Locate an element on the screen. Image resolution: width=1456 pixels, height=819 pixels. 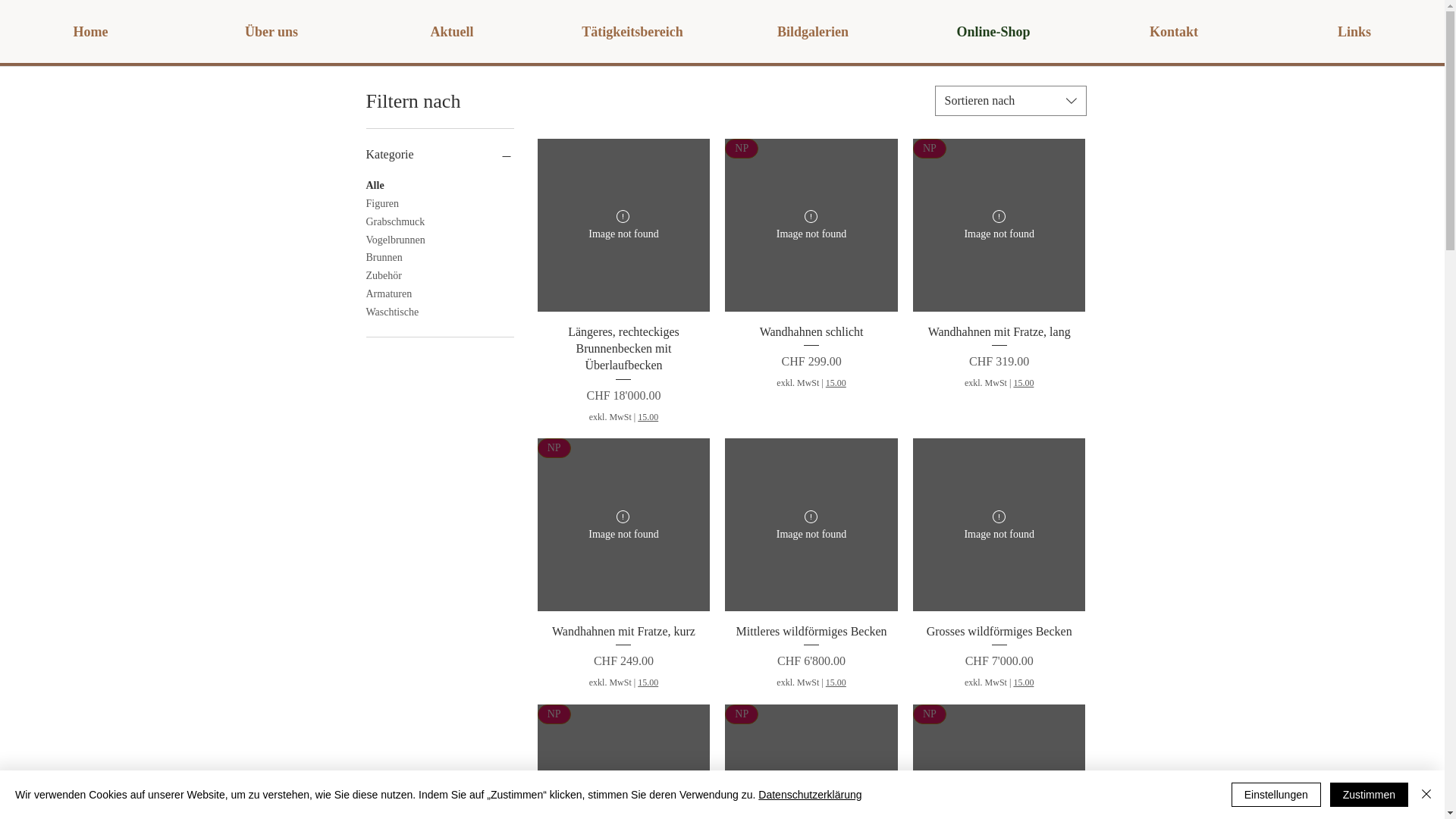
'Wandhahnen mit Fratze, kurz is located at coordinates (538, 523).